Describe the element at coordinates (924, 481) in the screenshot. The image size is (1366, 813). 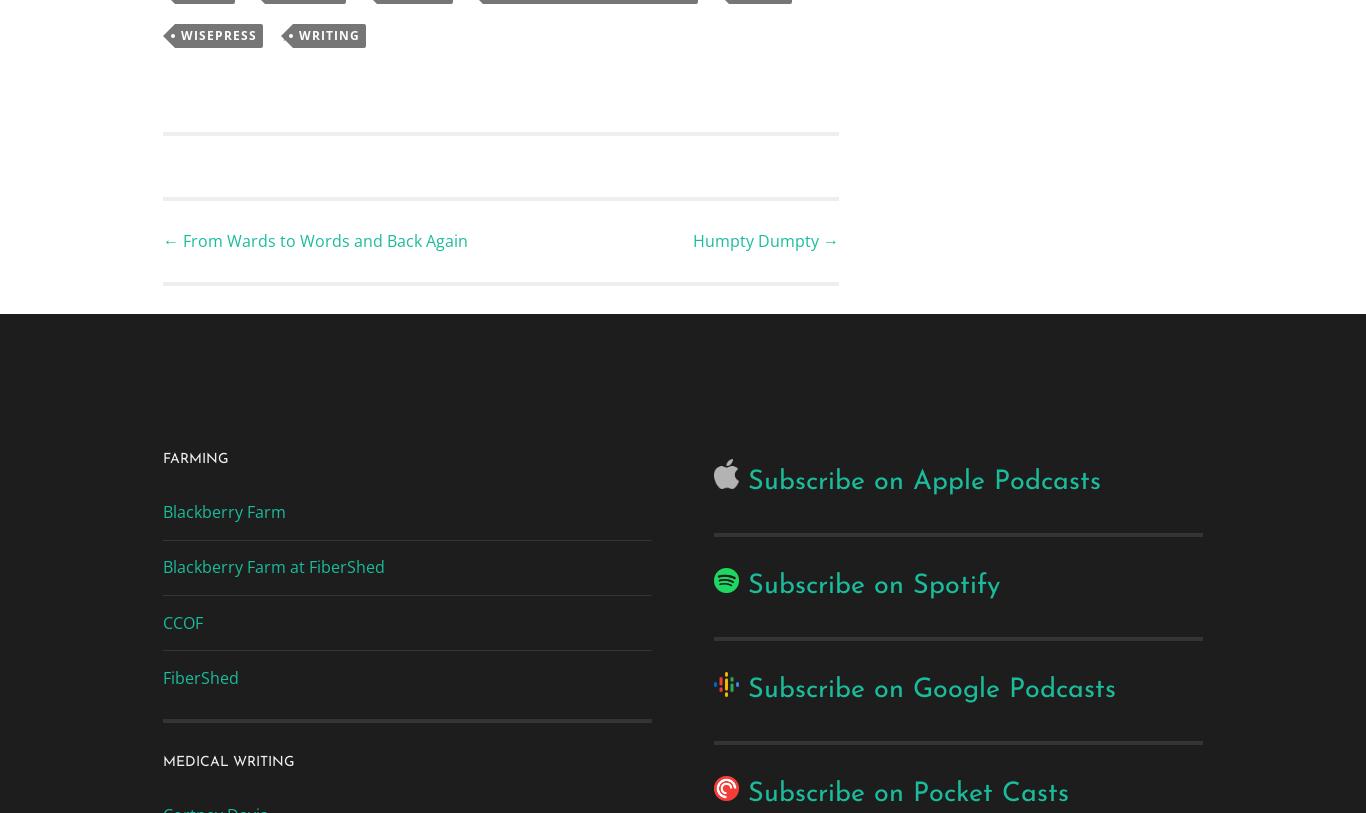
I see `'Subscribe on Apple Podcasts'` at that location.